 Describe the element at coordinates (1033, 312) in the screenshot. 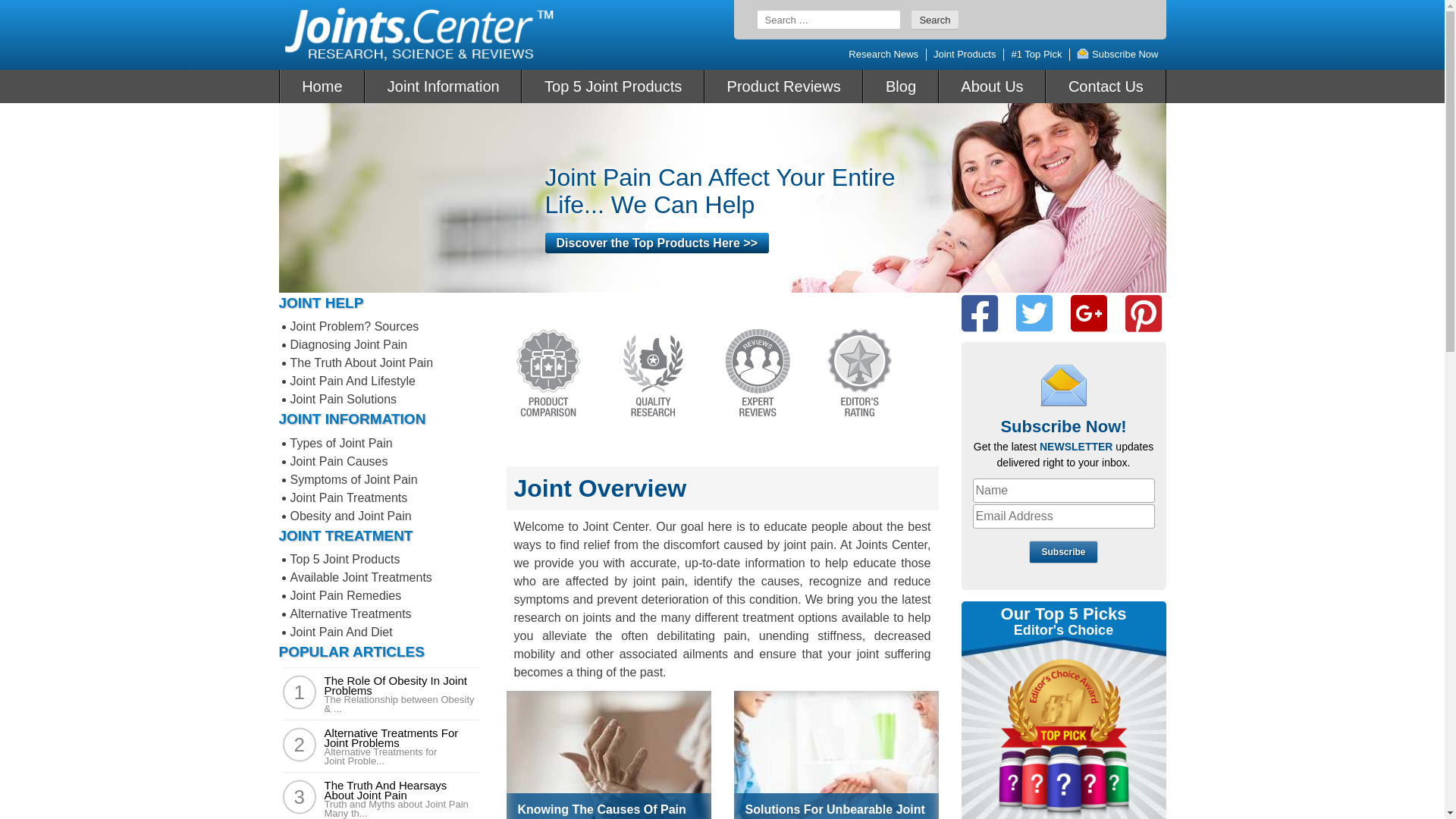

I see `'Twitter'` at that location.